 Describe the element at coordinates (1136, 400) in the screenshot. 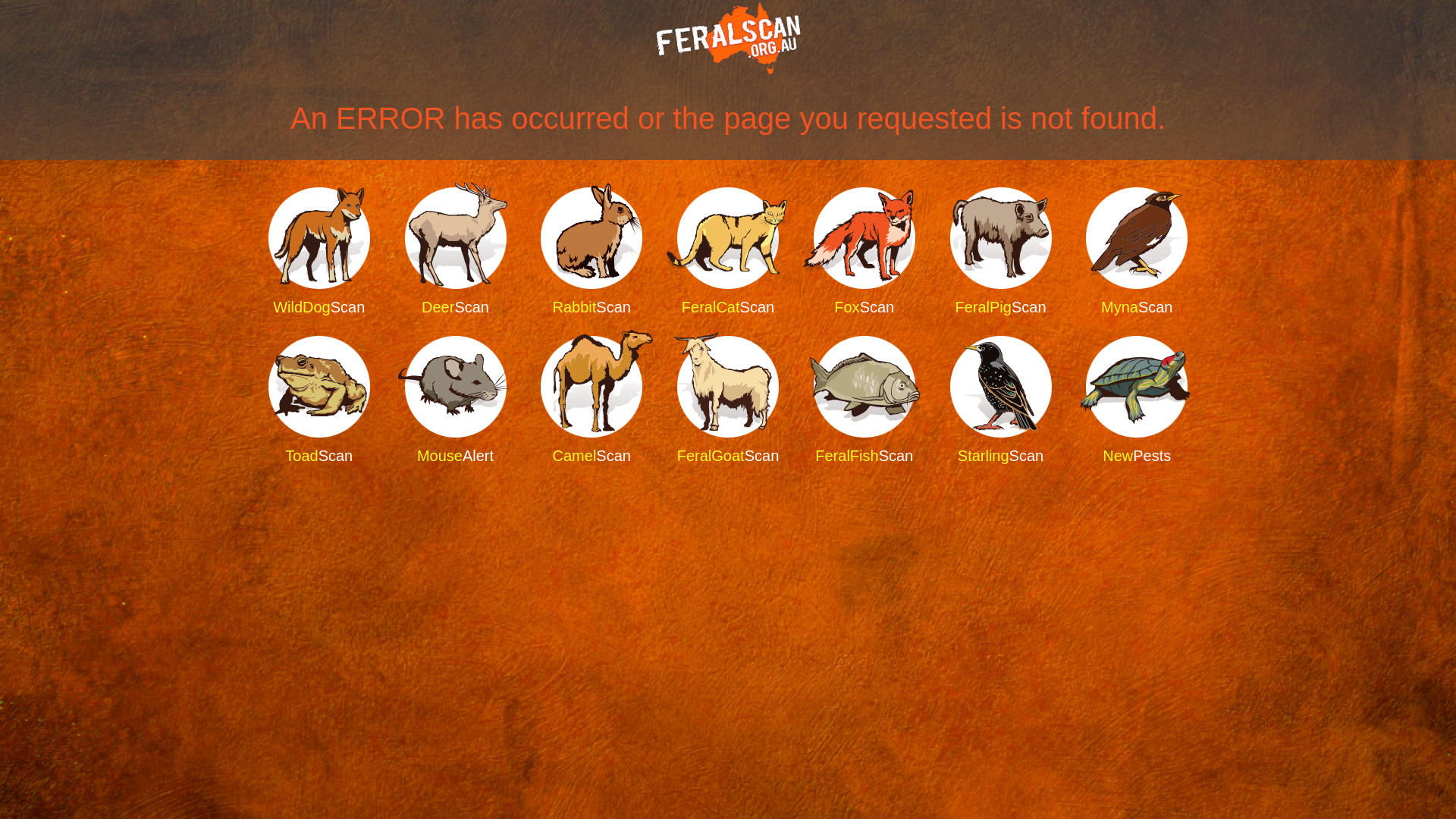

I see `'NewPests'` at that location.